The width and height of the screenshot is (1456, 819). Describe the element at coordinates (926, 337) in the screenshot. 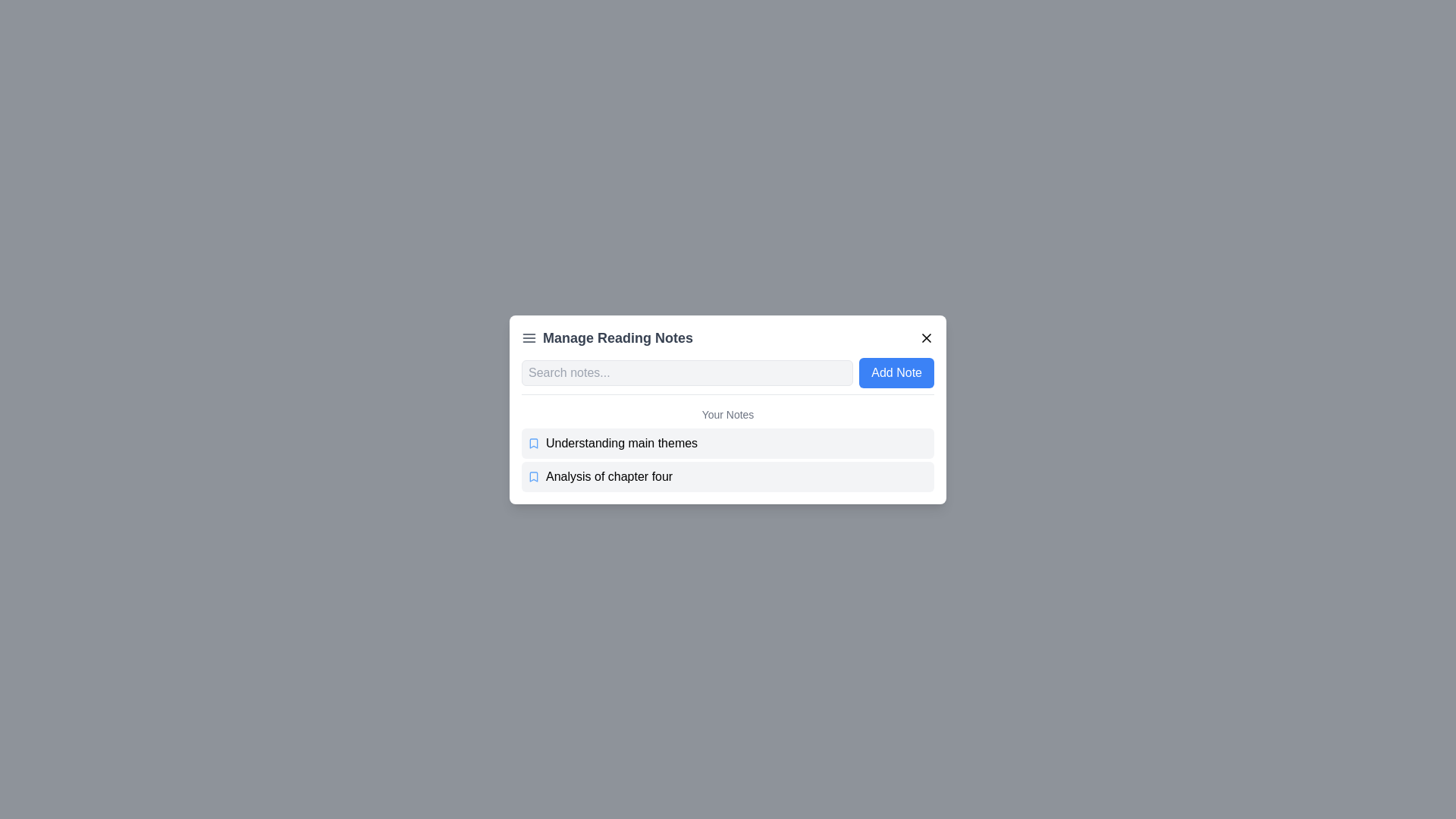

I see `the close button to close the dialog` at that location.